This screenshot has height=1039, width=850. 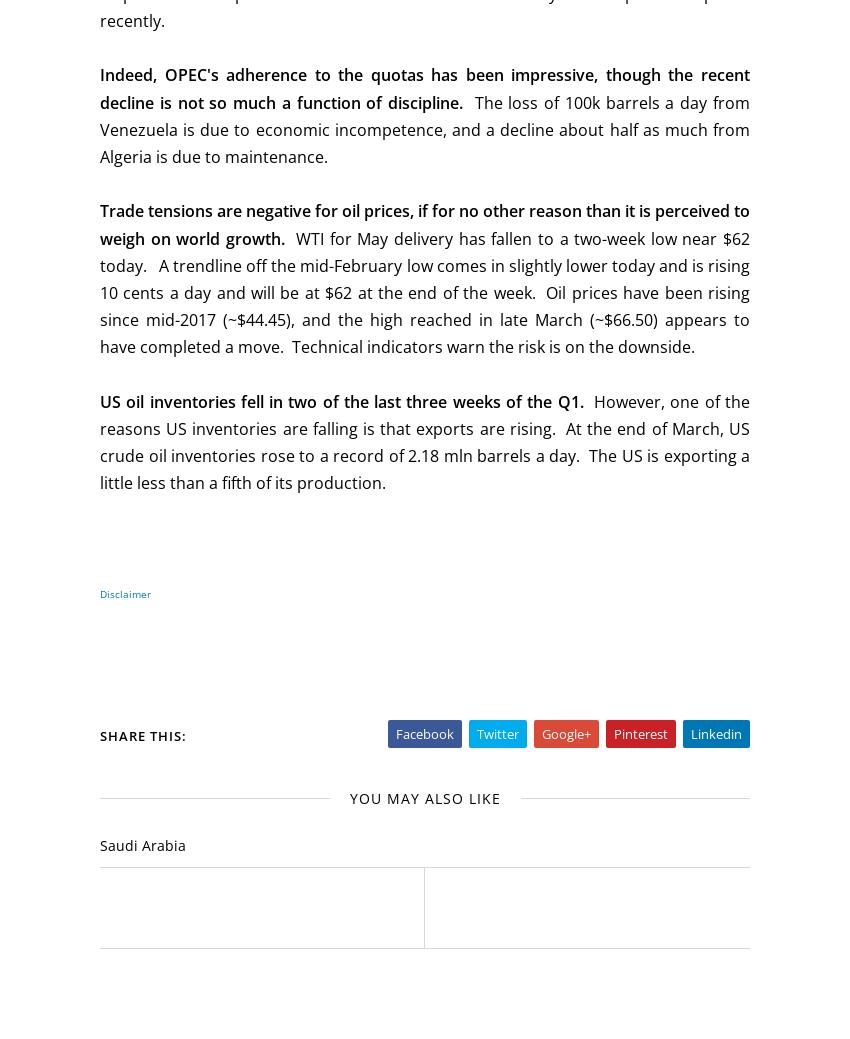 What do you see at coordinates (566, 732) in the screenshot?
I see `'Google+'` at bounding box center [566, 732].